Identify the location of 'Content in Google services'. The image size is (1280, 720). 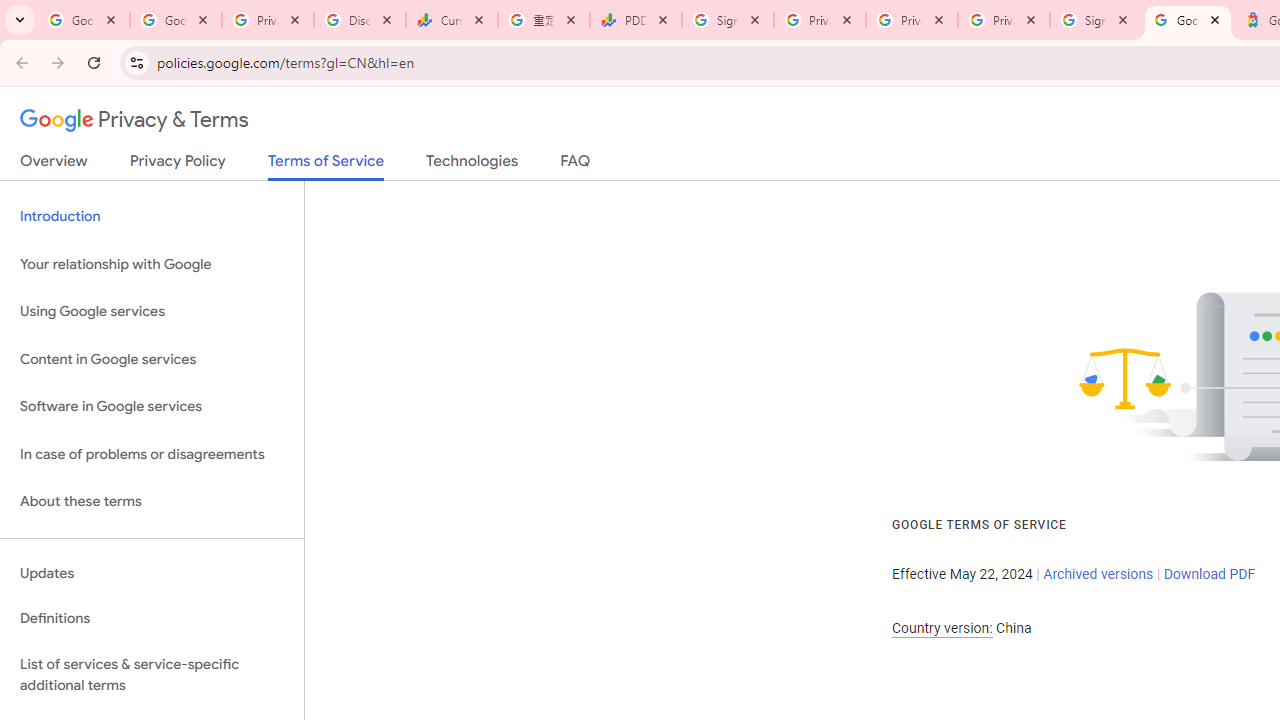
(151, 358).